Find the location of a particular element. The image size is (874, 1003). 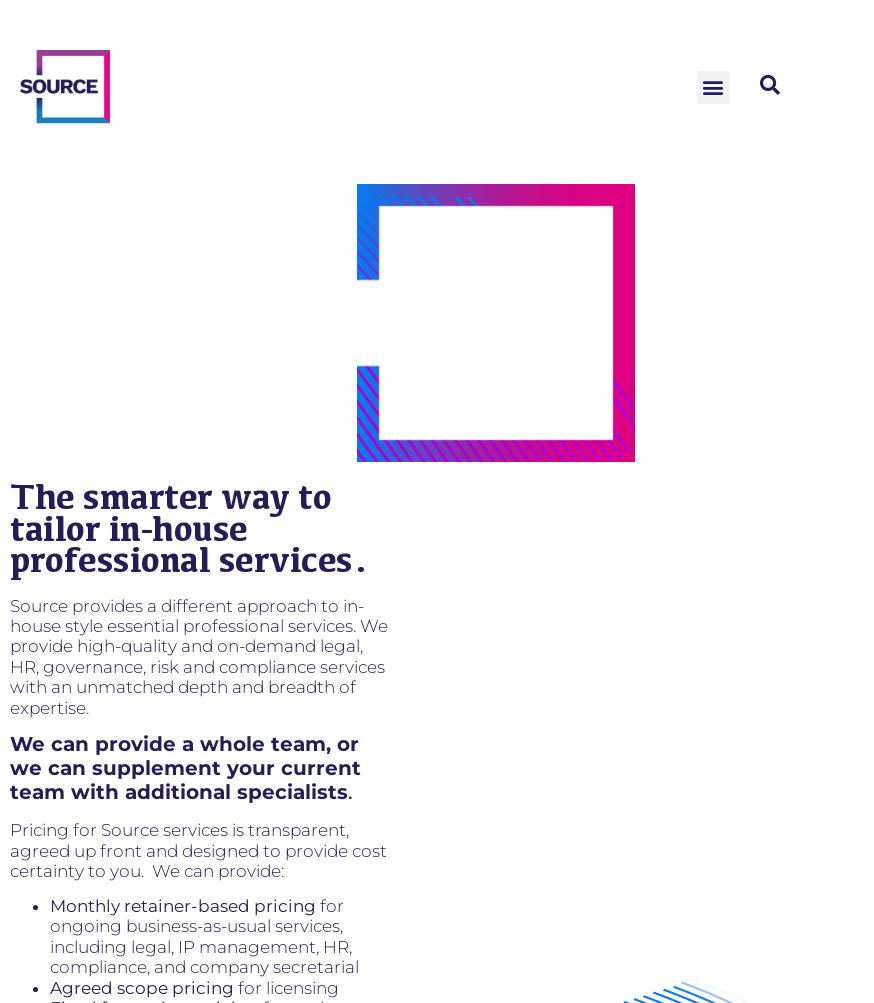

'Source provides a different approach to in-house style essential professional services. We provide high-quality and on-demand legal, HR, governance, risk and compliance services with an unmatched depth and breadth of expertise.' is located at coordinates (198, 655).